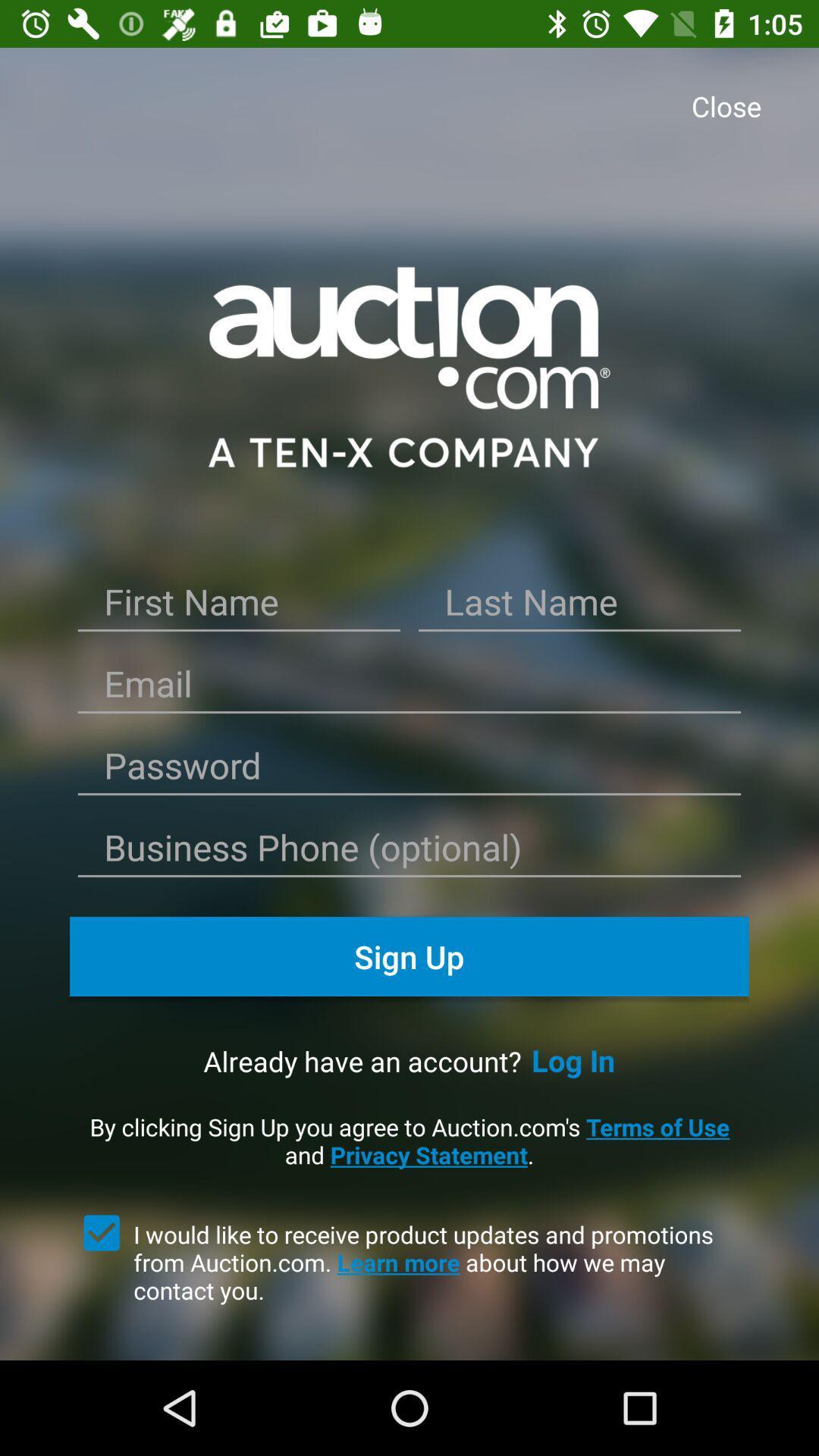  I want to click on last name, so click(579, 607).